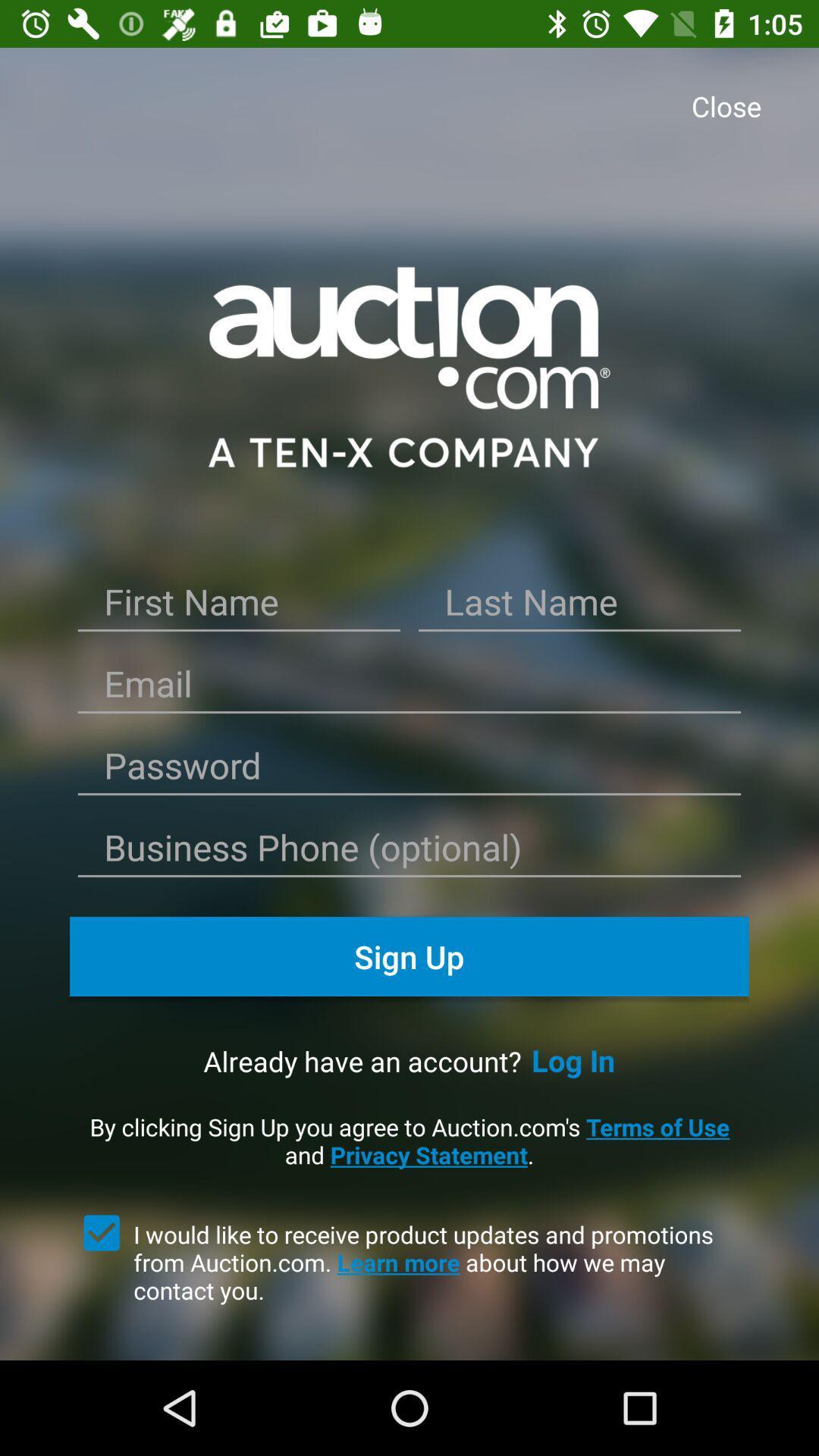  I want to click on last name, so click(579, 607).